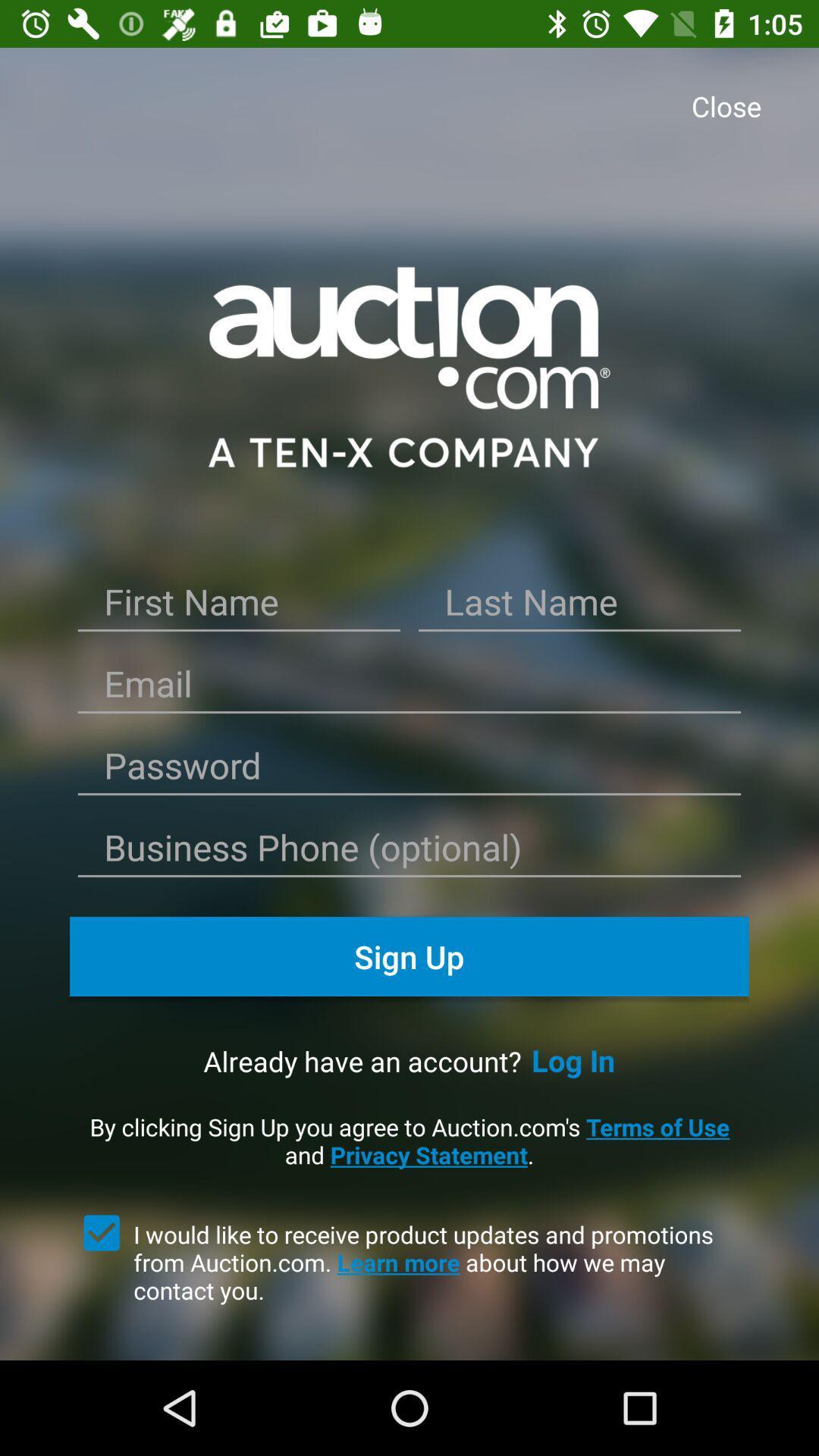  I want to click on last name, so click(579, 607).